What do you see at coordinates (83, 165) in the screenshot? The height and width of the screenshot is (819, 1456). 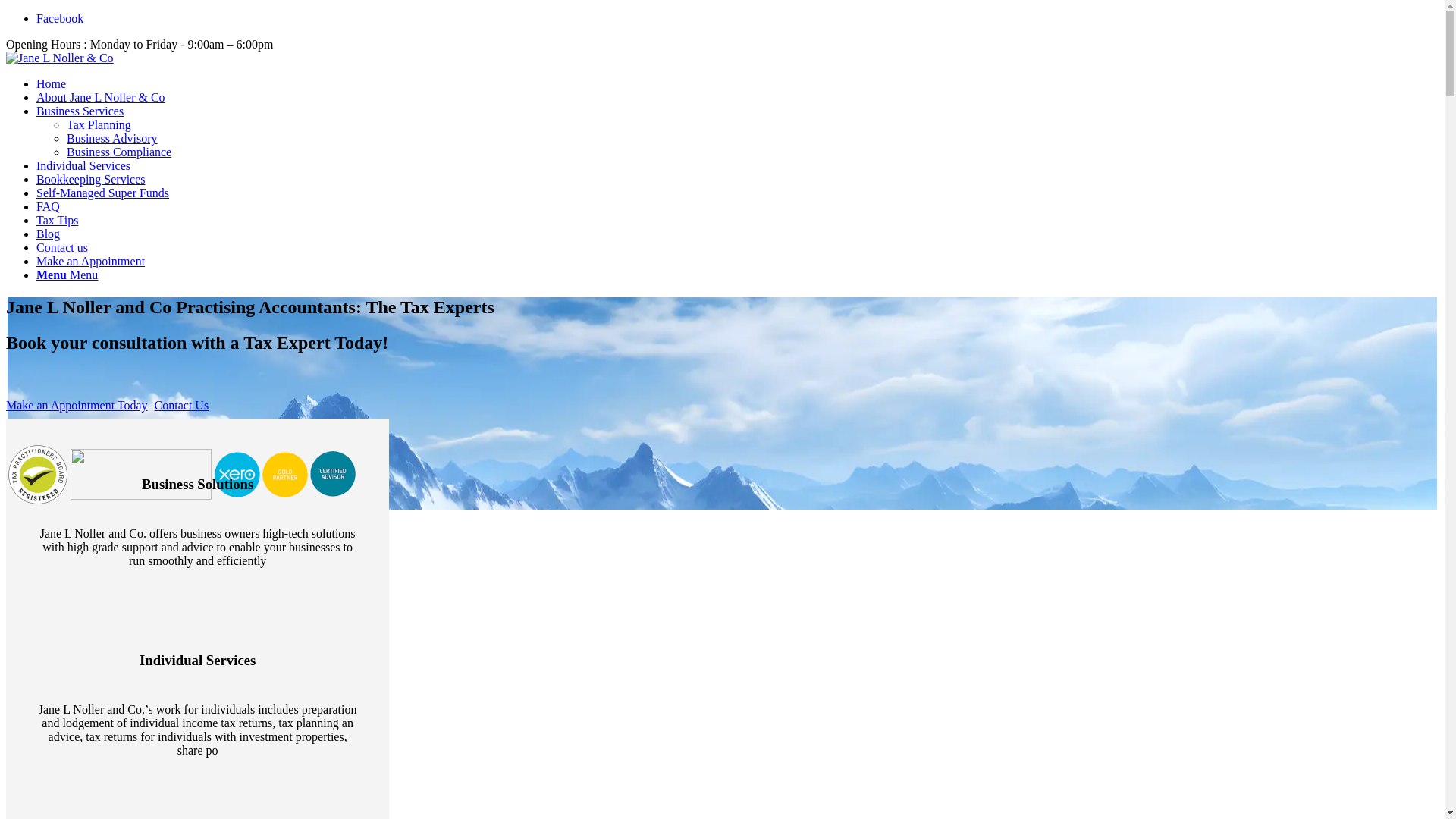 I see `'Individual Services'` at bounding box center [83, 165].